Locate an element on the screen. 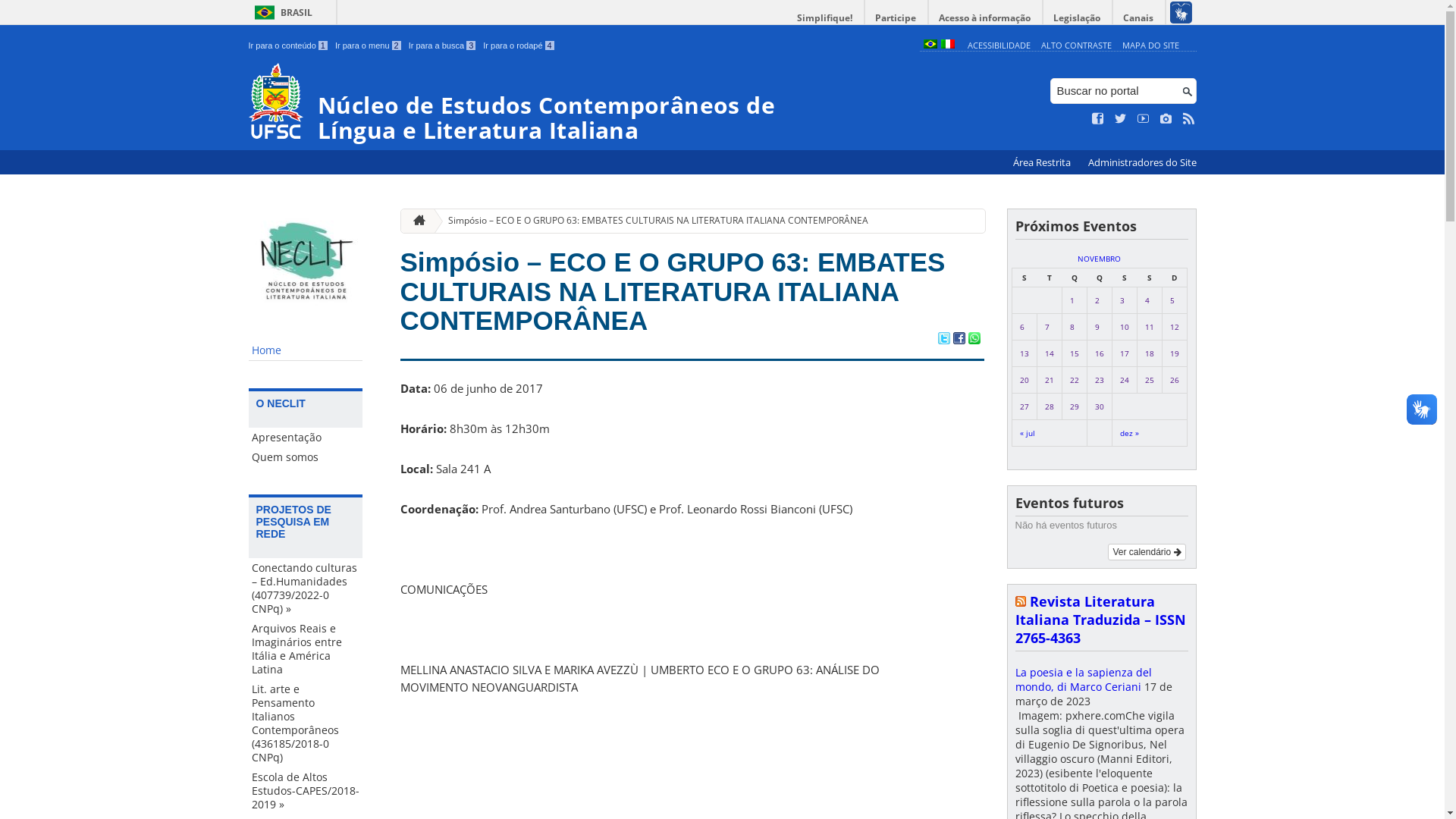  '9' is located at coordinates (1097, 326).